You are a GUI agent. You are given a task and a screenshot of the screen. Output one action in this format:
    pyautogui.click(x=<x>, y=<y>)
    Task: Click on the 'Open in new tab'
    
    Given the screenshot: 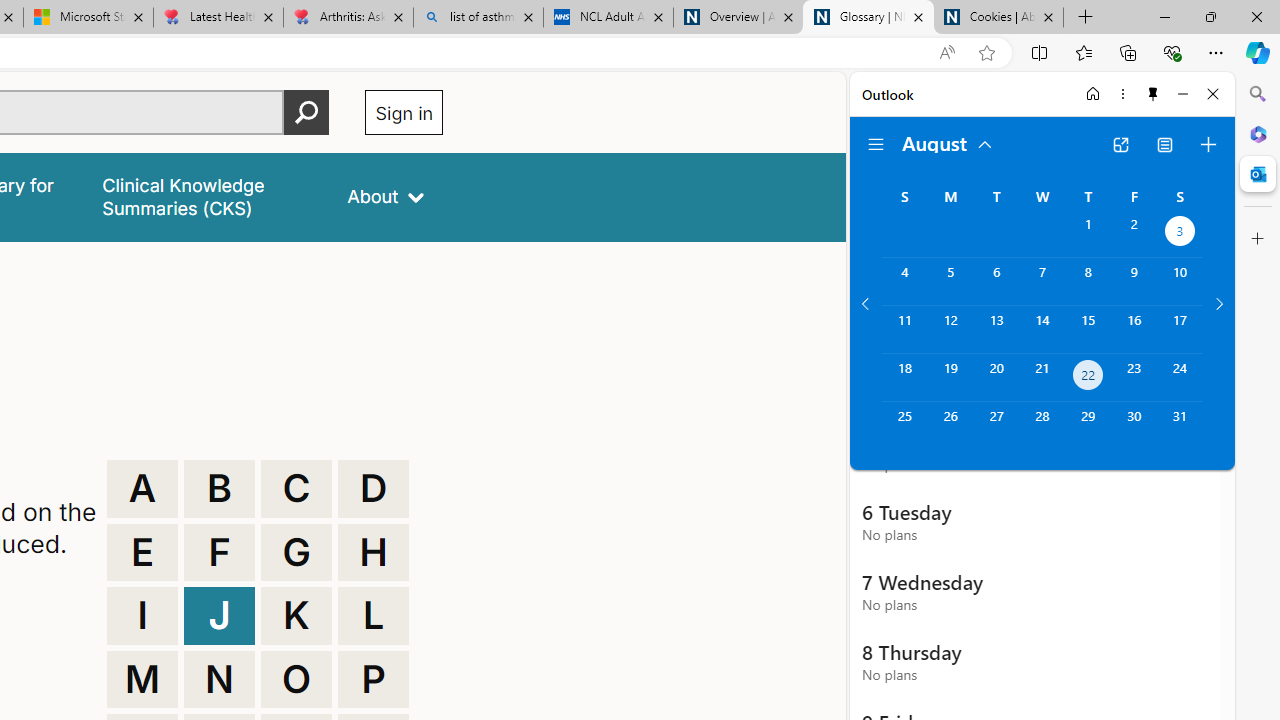 What is the action you would take?
    pyautogui.click(x=1120, y=144)
    